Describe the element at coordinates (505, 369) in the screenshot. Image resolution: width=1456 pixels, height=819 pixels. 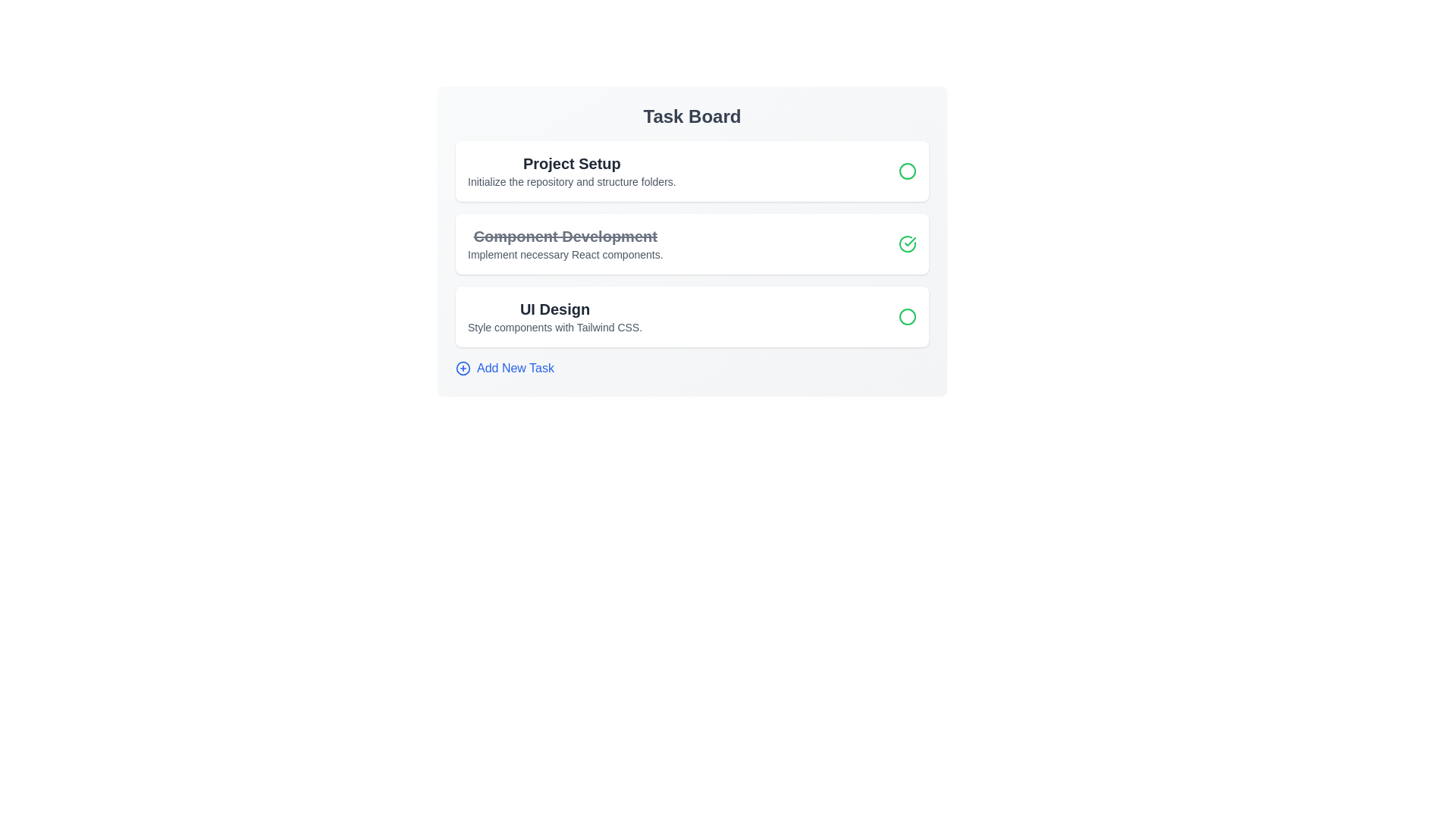
I see `the 'Add New Task' button to add a new task` at that location.